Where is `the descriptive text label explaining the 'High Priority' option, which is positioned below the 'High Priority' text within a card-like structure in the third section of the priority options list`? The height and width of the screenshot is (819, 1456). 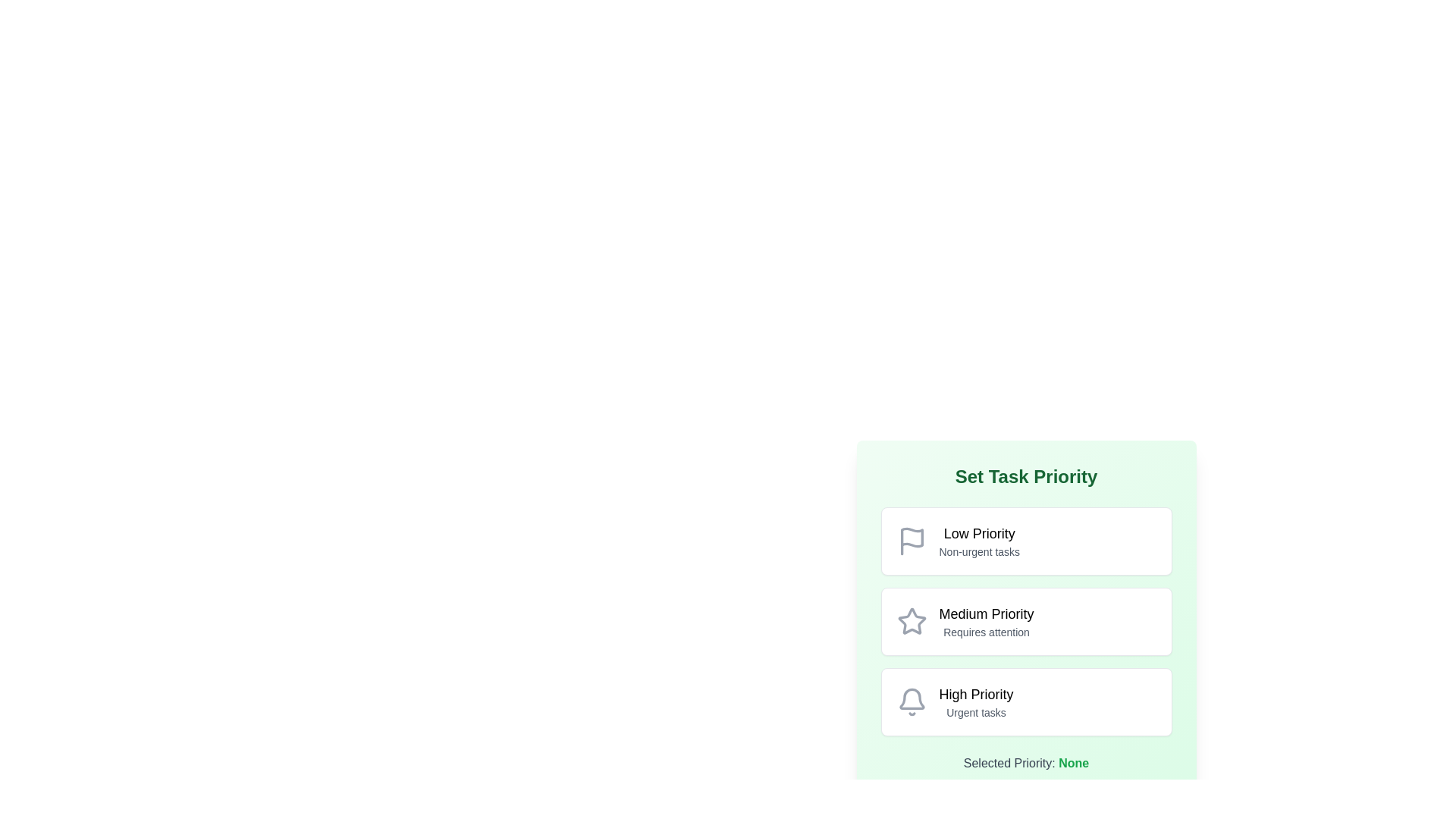
the descriptive text label explaining the 'High Priority' option, which is positioned below the 'High Priority' text within a card-like structure in the third section of the priority options list is located at coordinates (976, 713).